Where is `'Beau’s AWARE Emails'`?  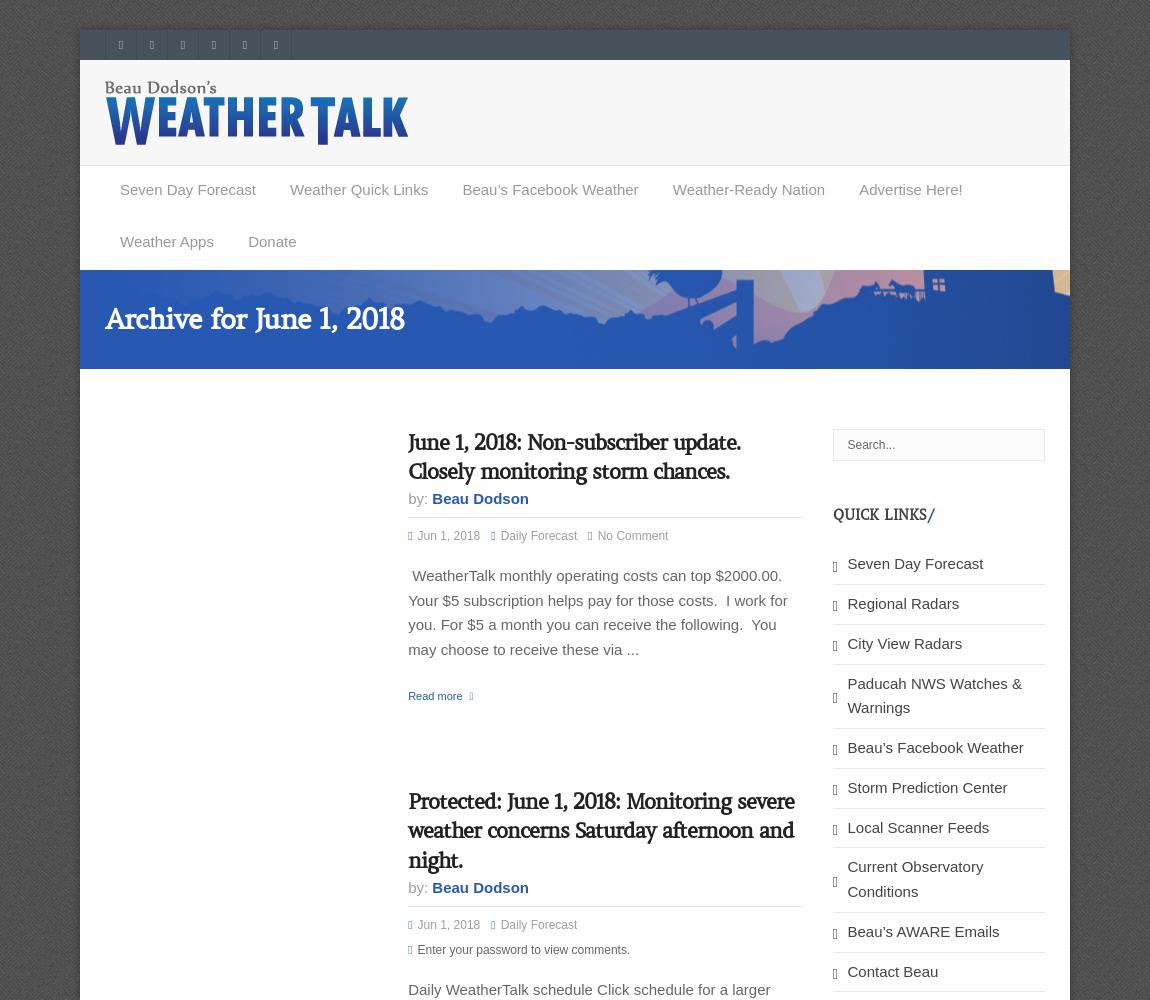
'Beau’s AWARE Emails' is located at coordinates (922, 930).